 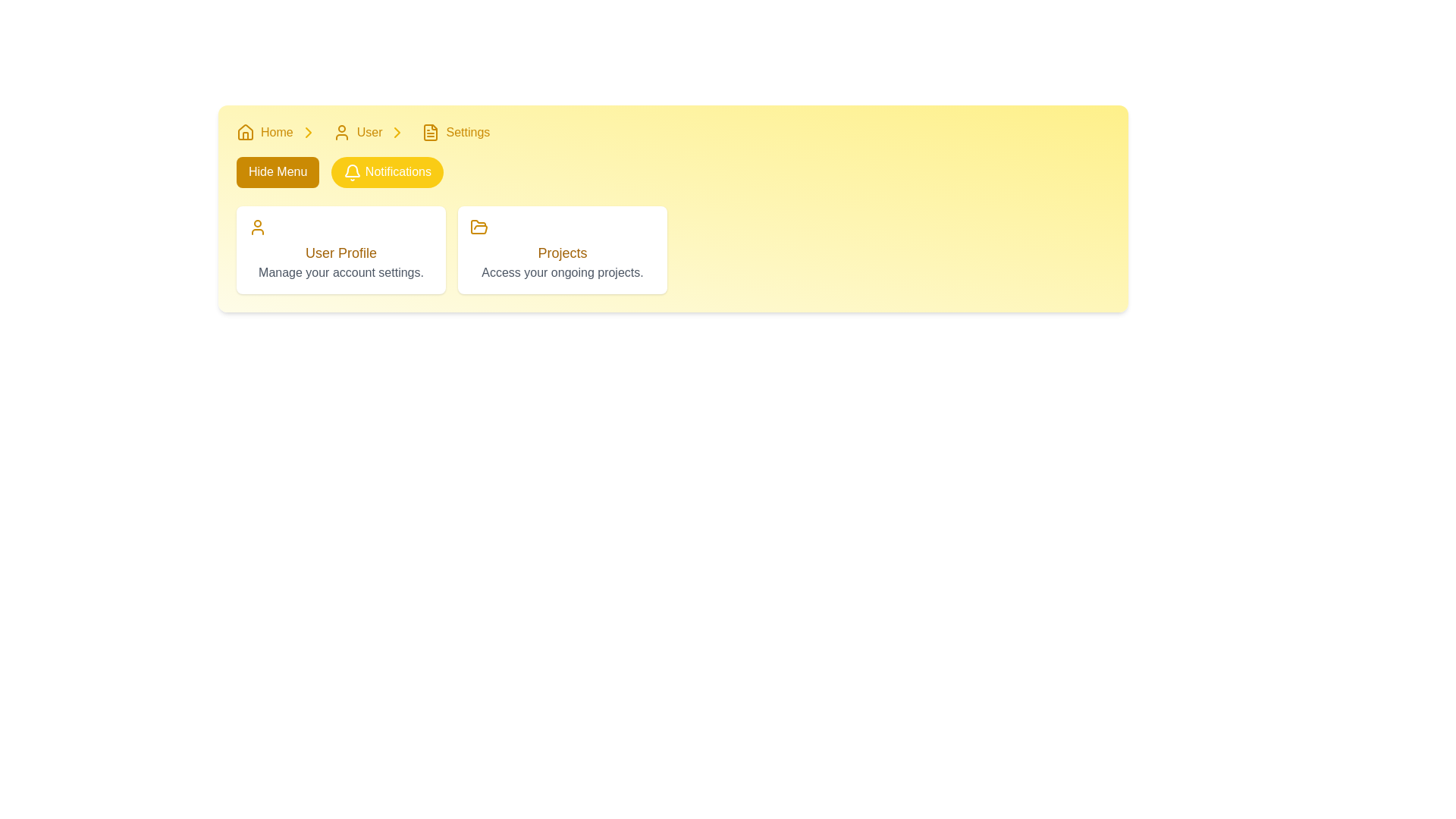 What do you see at coordinates (277, 131) in the screenshot?
I see `text of the Text label indicating the current or default navigation point in the navigation bar, which is positioned at the top left section of the interface` at bounding box center [277, 131].